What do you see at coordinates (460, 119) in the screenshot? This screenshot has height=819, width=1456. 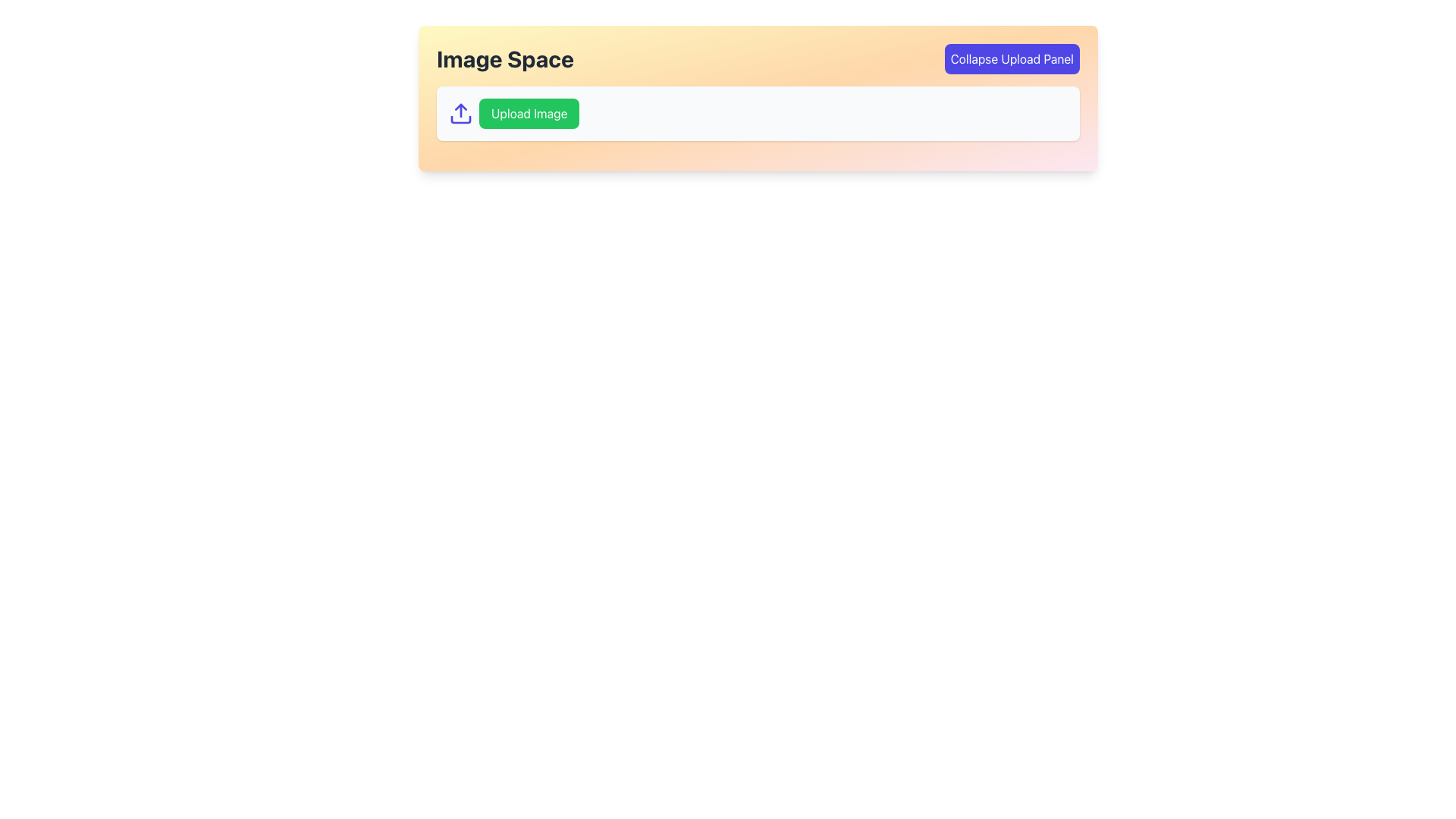 I see `the lower rectangular segment of the icon that represents a box, which is part of a vertical arrow and box combination, located to the left of the 'Upload Image' button in the 'Image Space' panel` at bounding box center [460, 119].